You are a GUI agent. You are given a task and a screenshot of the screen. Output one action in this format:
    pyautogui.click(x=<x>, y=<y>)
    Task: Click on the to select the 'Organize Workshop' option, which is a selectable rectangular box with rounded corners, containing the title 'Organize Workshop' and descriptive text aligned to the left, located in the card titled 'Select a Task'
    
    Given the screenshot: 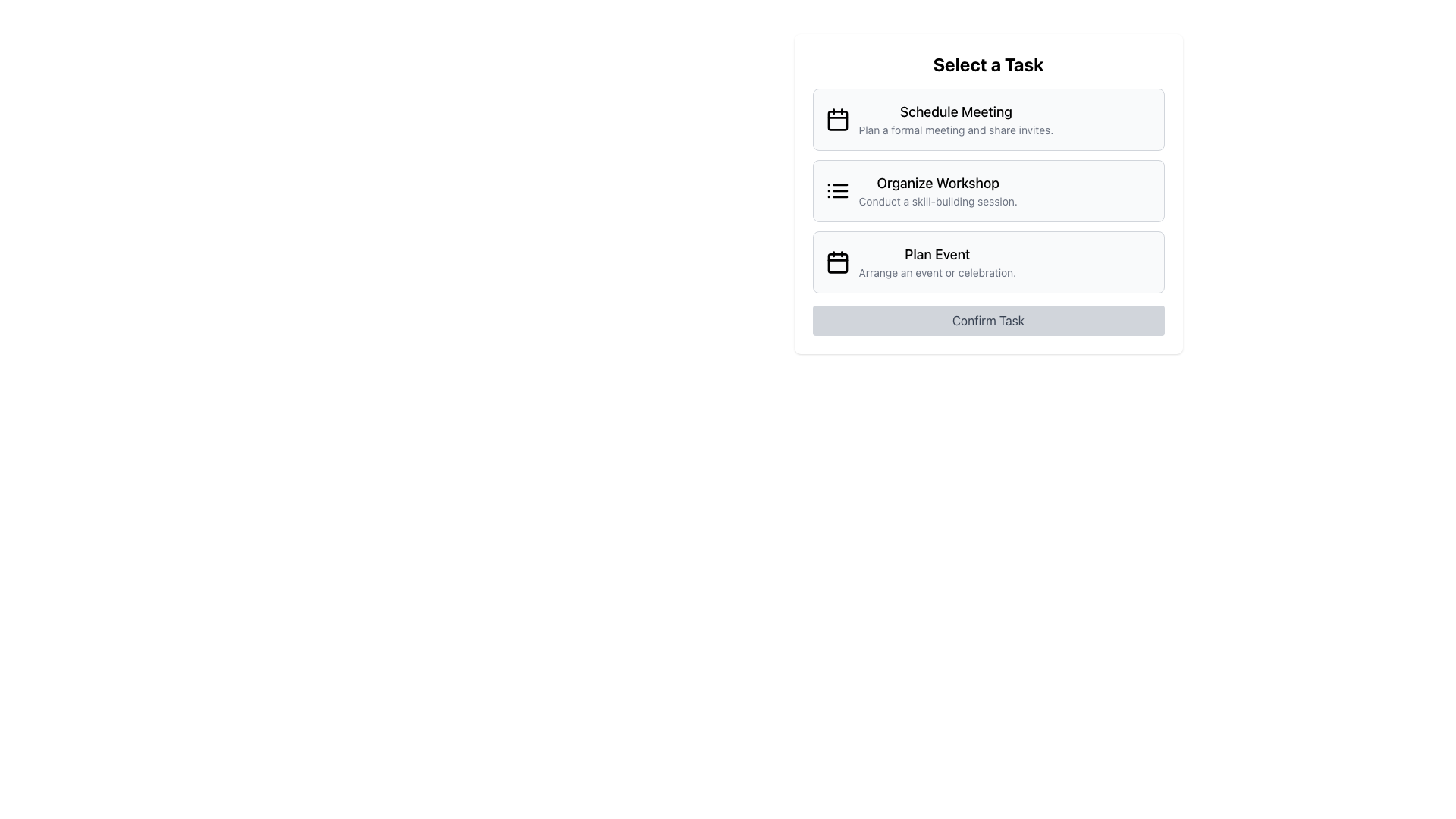 What is the action you would take?
    pyautogui.click(x=988, y=193)
    